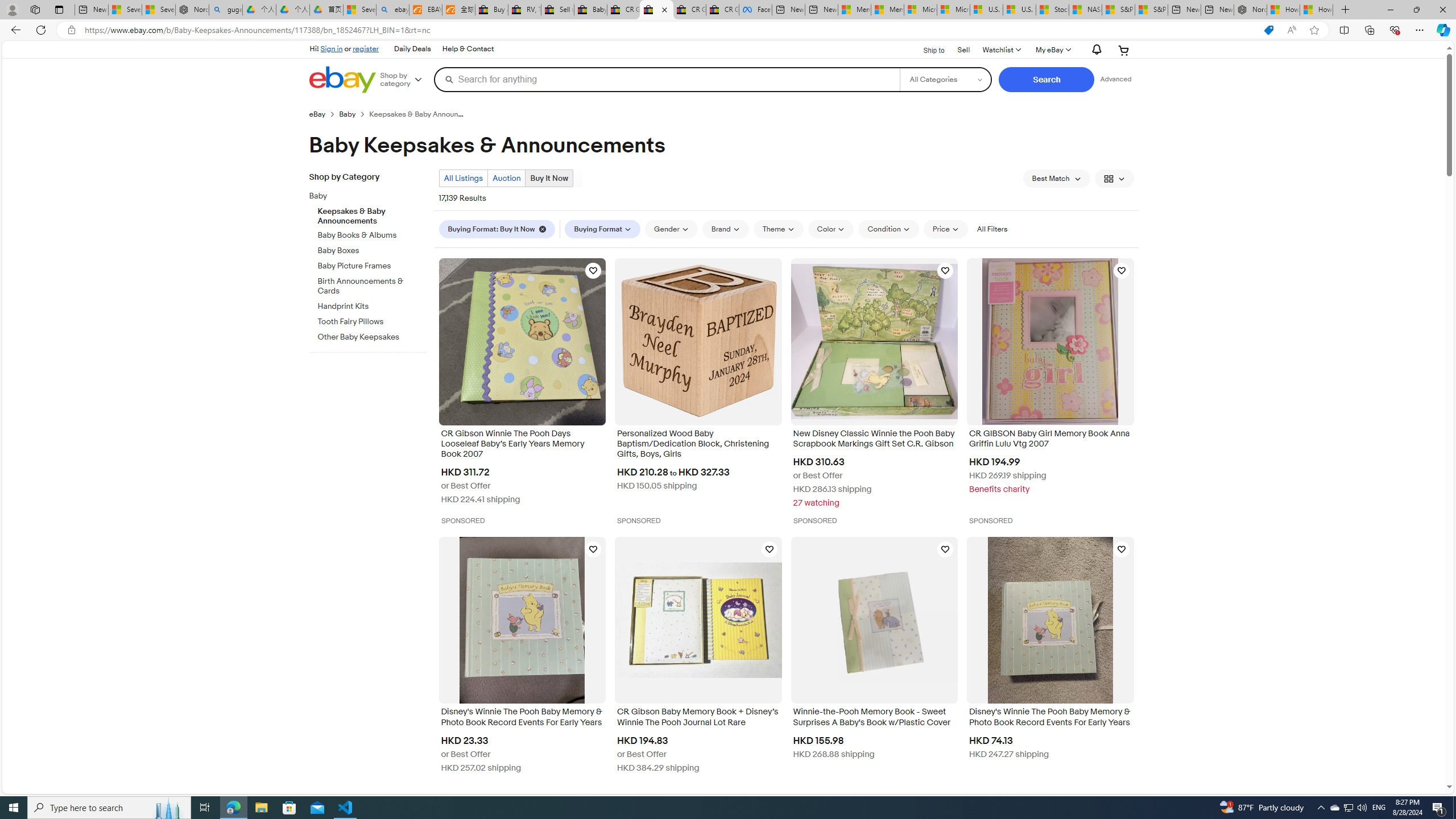 This screenshot has width=1456, height=819. Describe the element at coordinates (371, 233) in the screenshot. I see `'Baby Books & Albums'` at that location.